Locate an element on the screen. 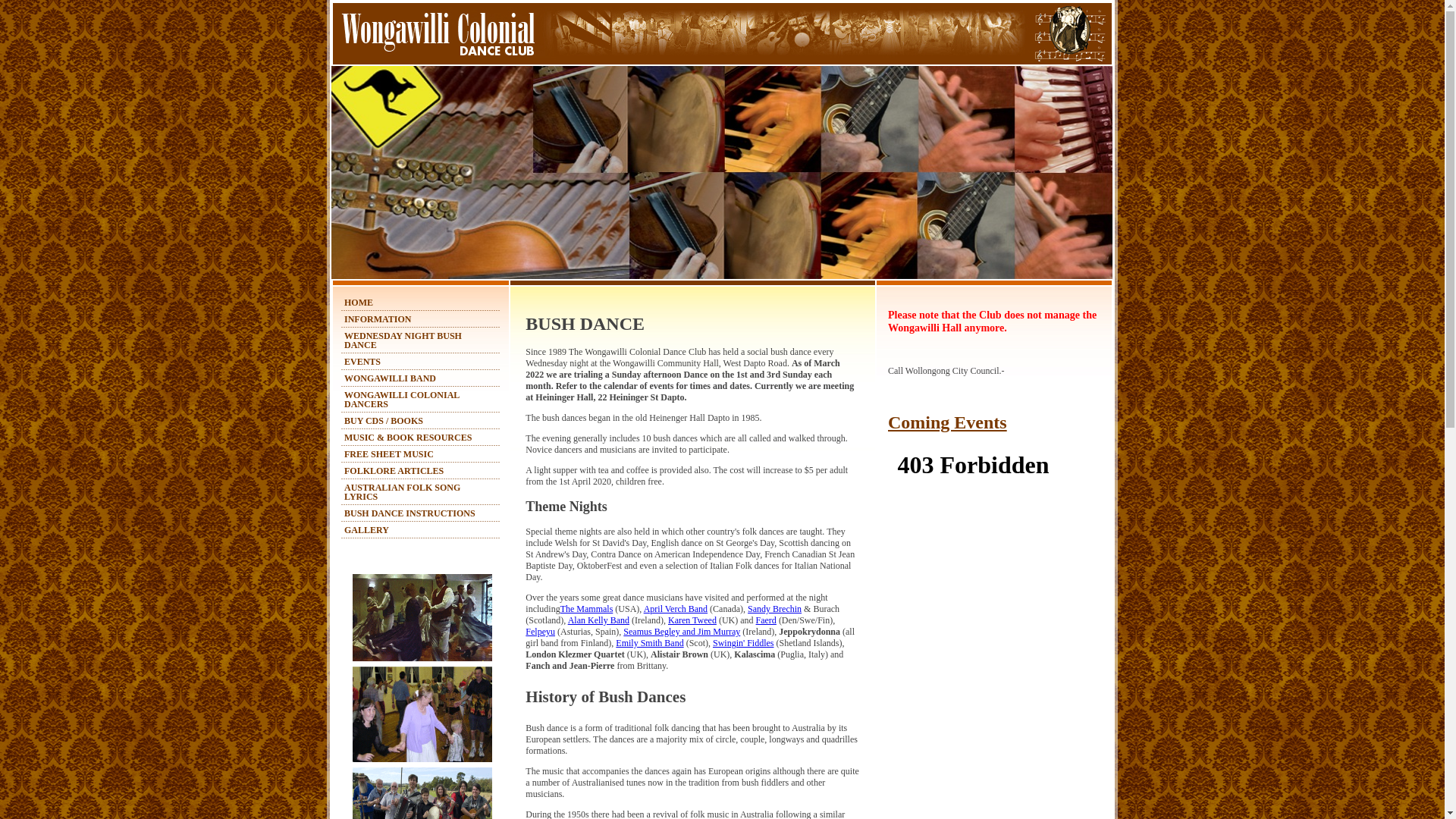 The height and width of the screenshot is (819, 1456). 'WEDNESDAY NIGHT BUSH DANCE' is located at coordinates (403, 339).